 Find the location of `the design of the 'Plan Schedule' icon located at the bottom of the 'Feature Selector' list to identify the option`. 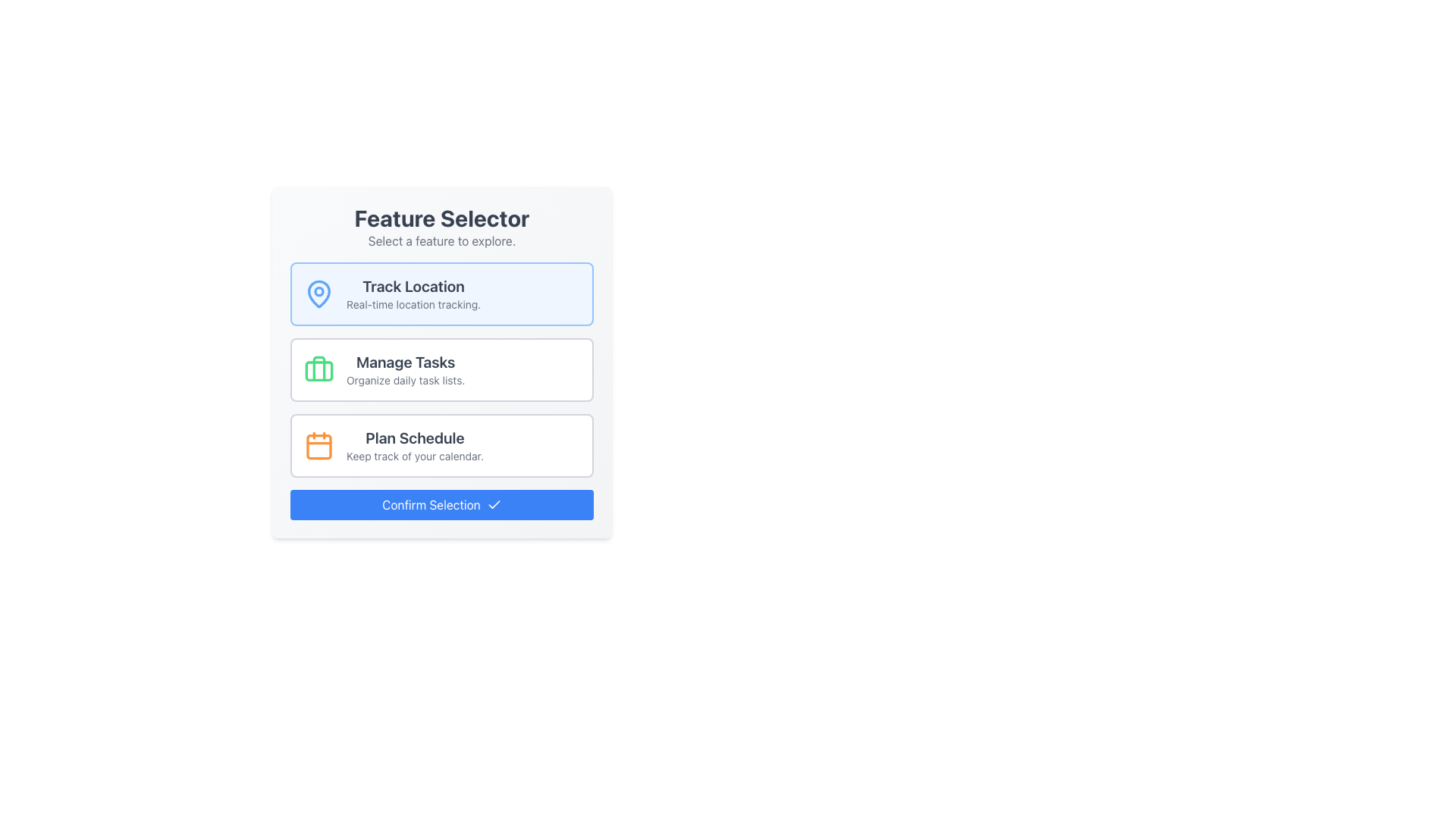

the design of the 'Plan Schedule' icon located at the bottom of the 'Feature Selector' list to identify the option is located at coordinates (318, 444).